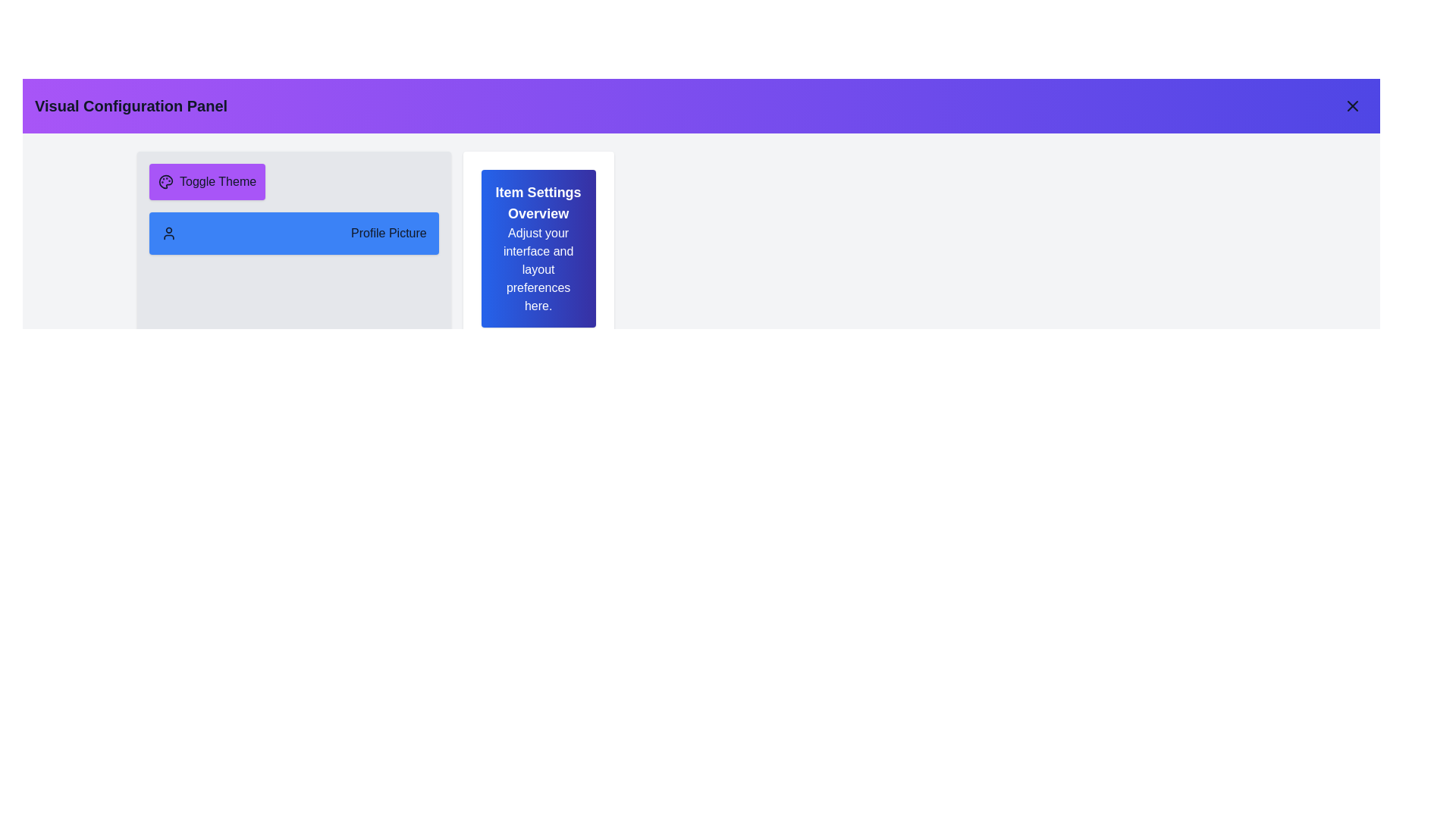 The image size is (1456, 819). What do you see at coordinates (166, 180) in the screenshot?
I see `the circular icon representing a painter's palette with a purple background, located inside the 'Toggle Theme' button, to the left of the text label` at bounding box center [166, 180].